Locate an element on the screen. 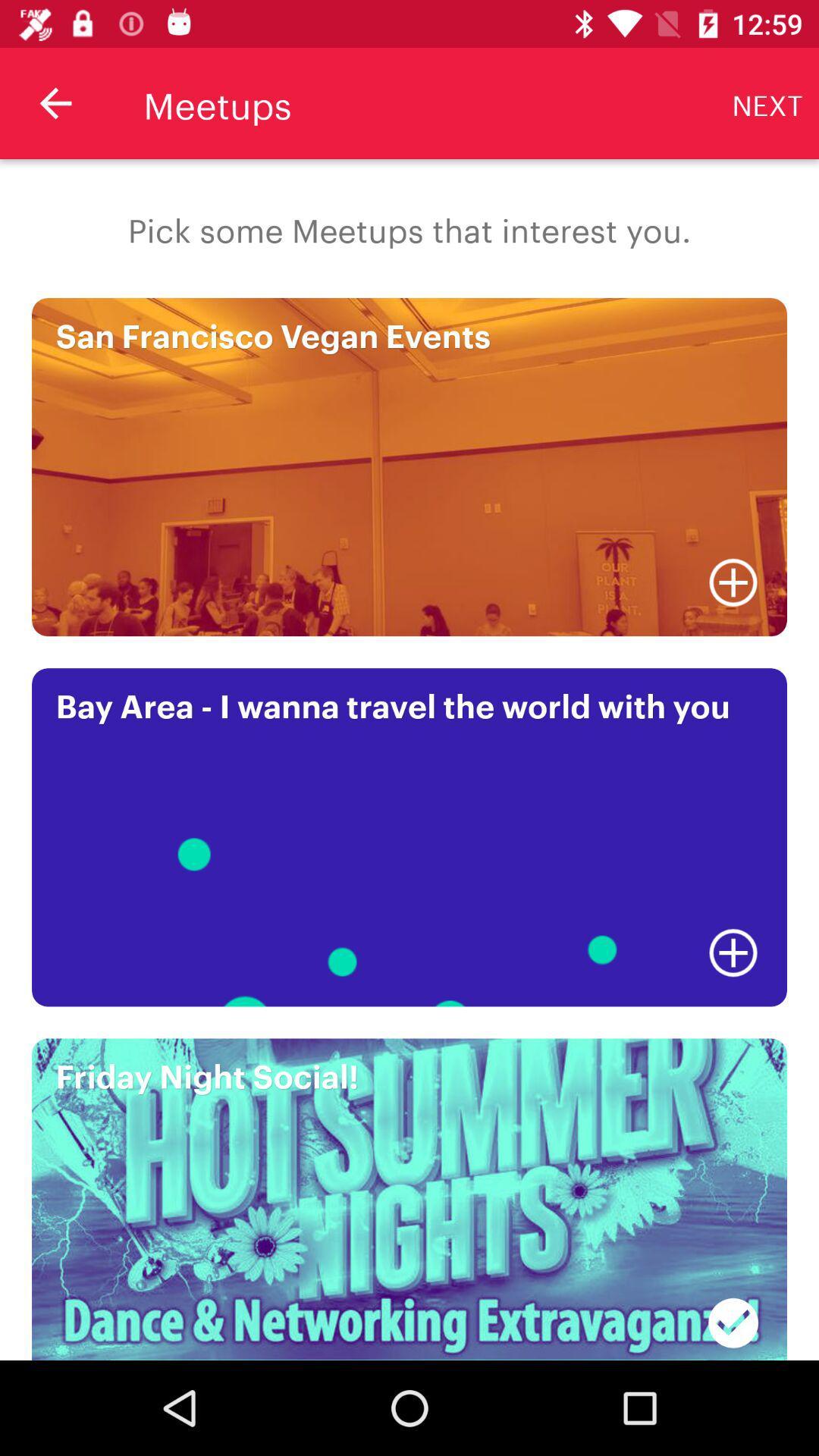 This screenshot has width=819, height=1456. icon next to the meetups icon is located at coordinates (767, 102).